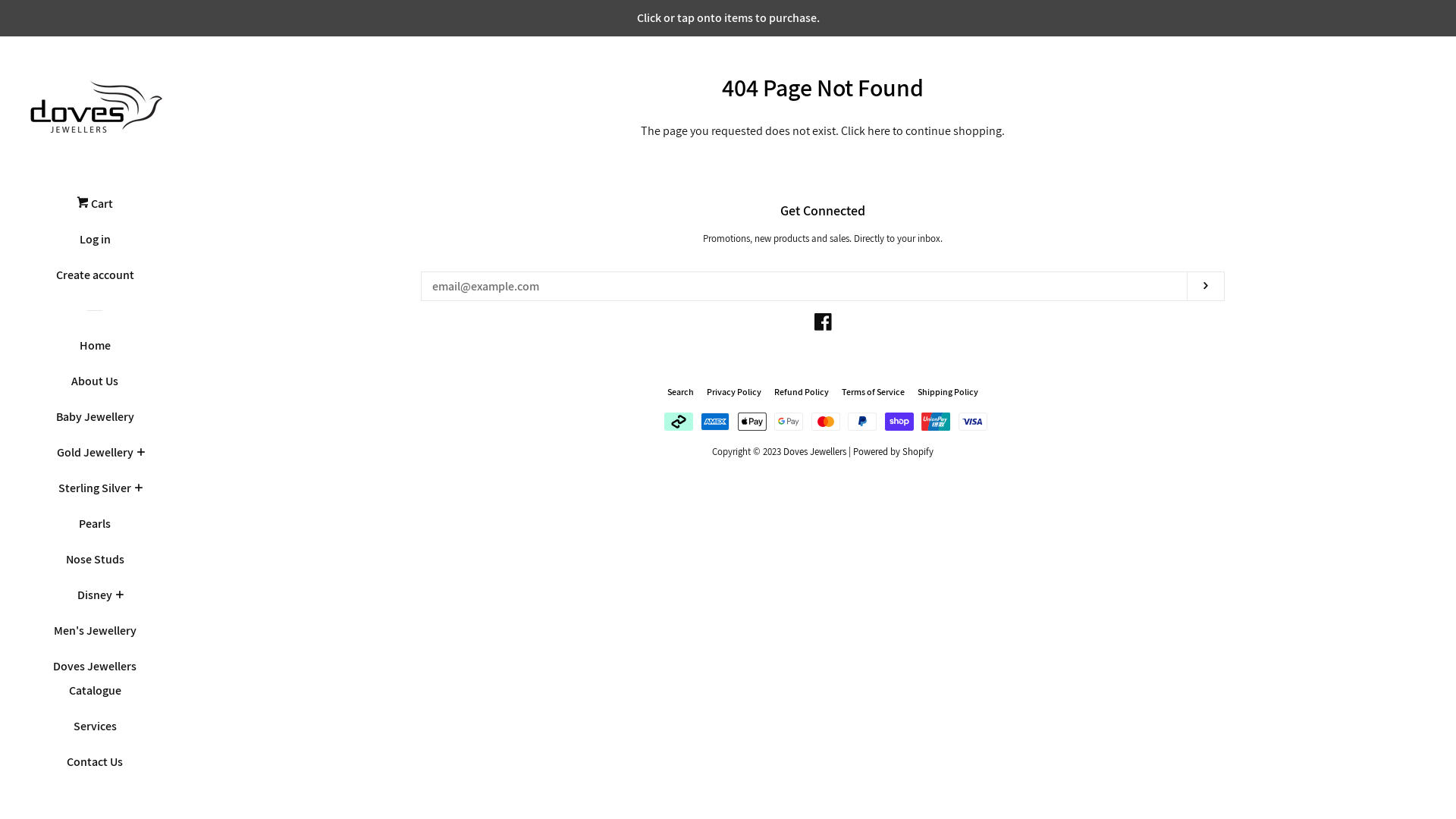 The width and height of the screenshot is (1456, 819). What do you see at coordinates (93, 684) in the screenshot?
I see `'Doves Jewellers Catalogue'` at bounding box center [93, 684].